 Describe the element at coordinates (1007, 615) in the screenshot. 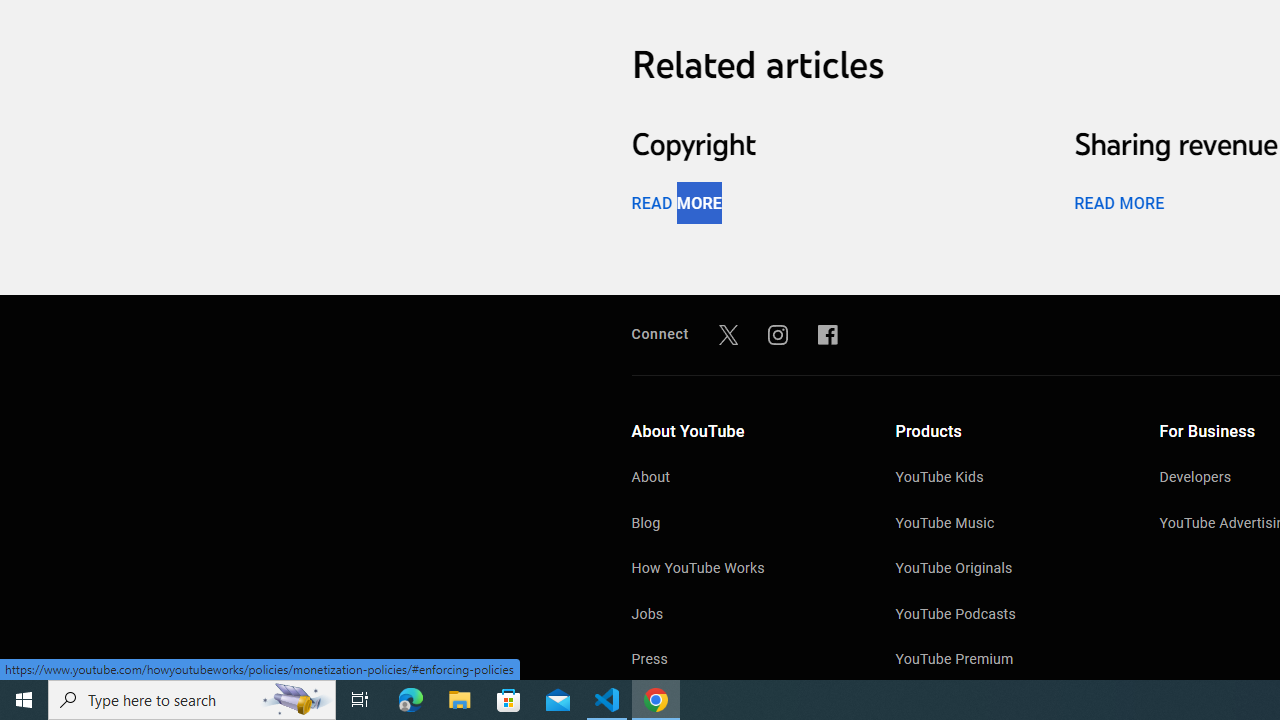

I see `'YouTube Podcasts'` at that location.